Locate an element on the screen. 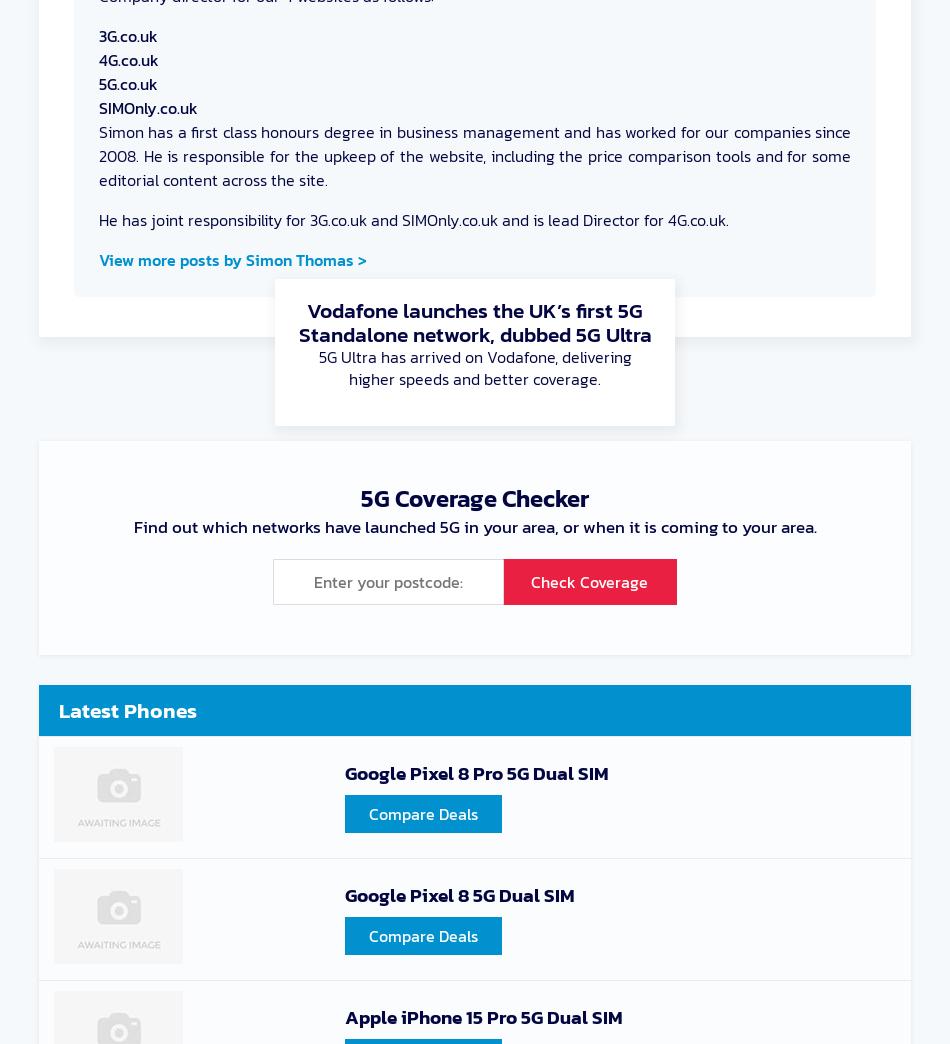 This screenshot has height=1044, width=950. '5G.co.uk' is located at coordinates (129, 84).